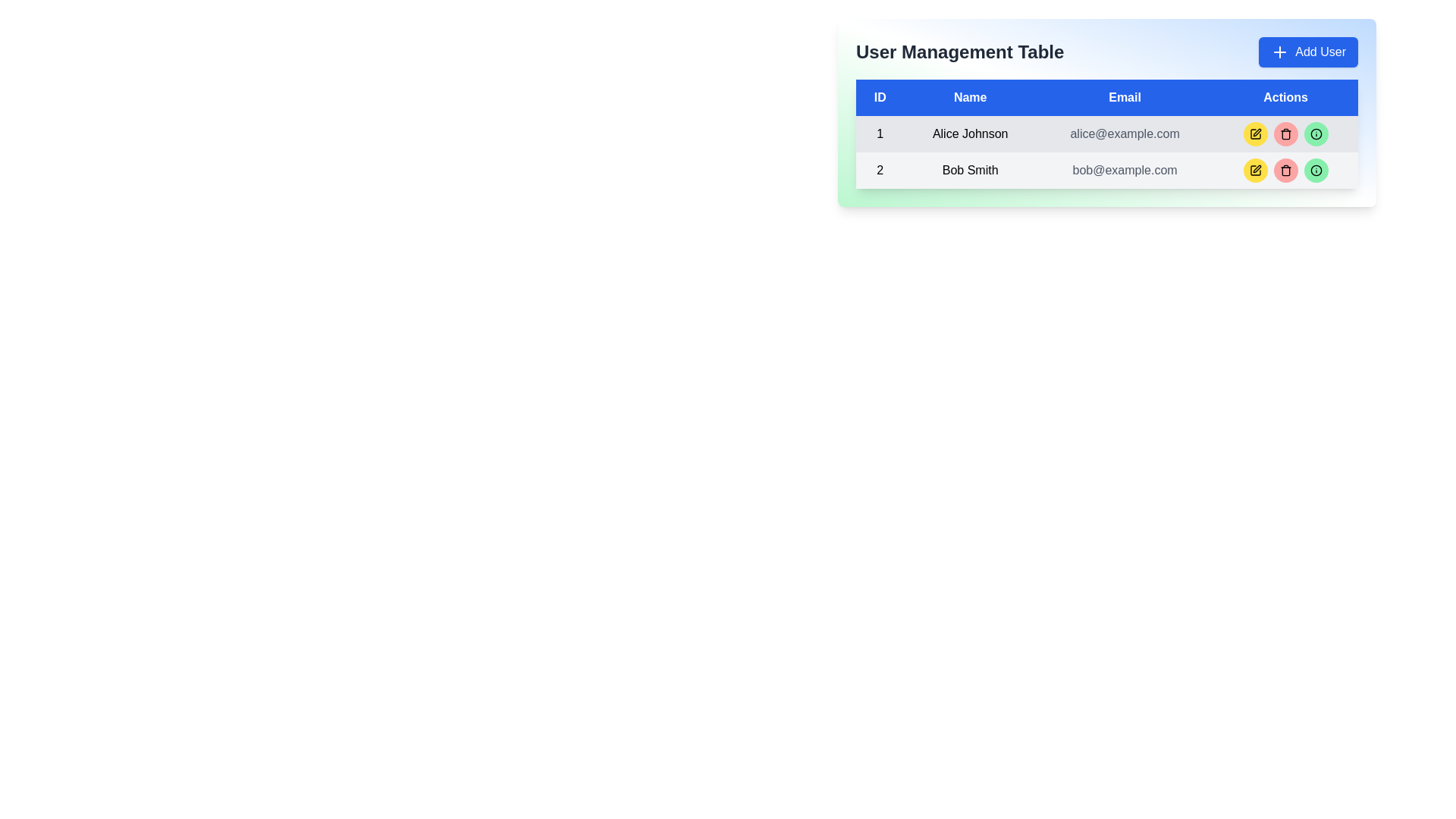  Describe the element at coordinates (1125, 133) in the screenshot. I see `the text label displaying 'alice@example.com' located in the 'Email' column of the user management table, adjacent to the 'Name' column with 'Alice Johnson'` at that location.